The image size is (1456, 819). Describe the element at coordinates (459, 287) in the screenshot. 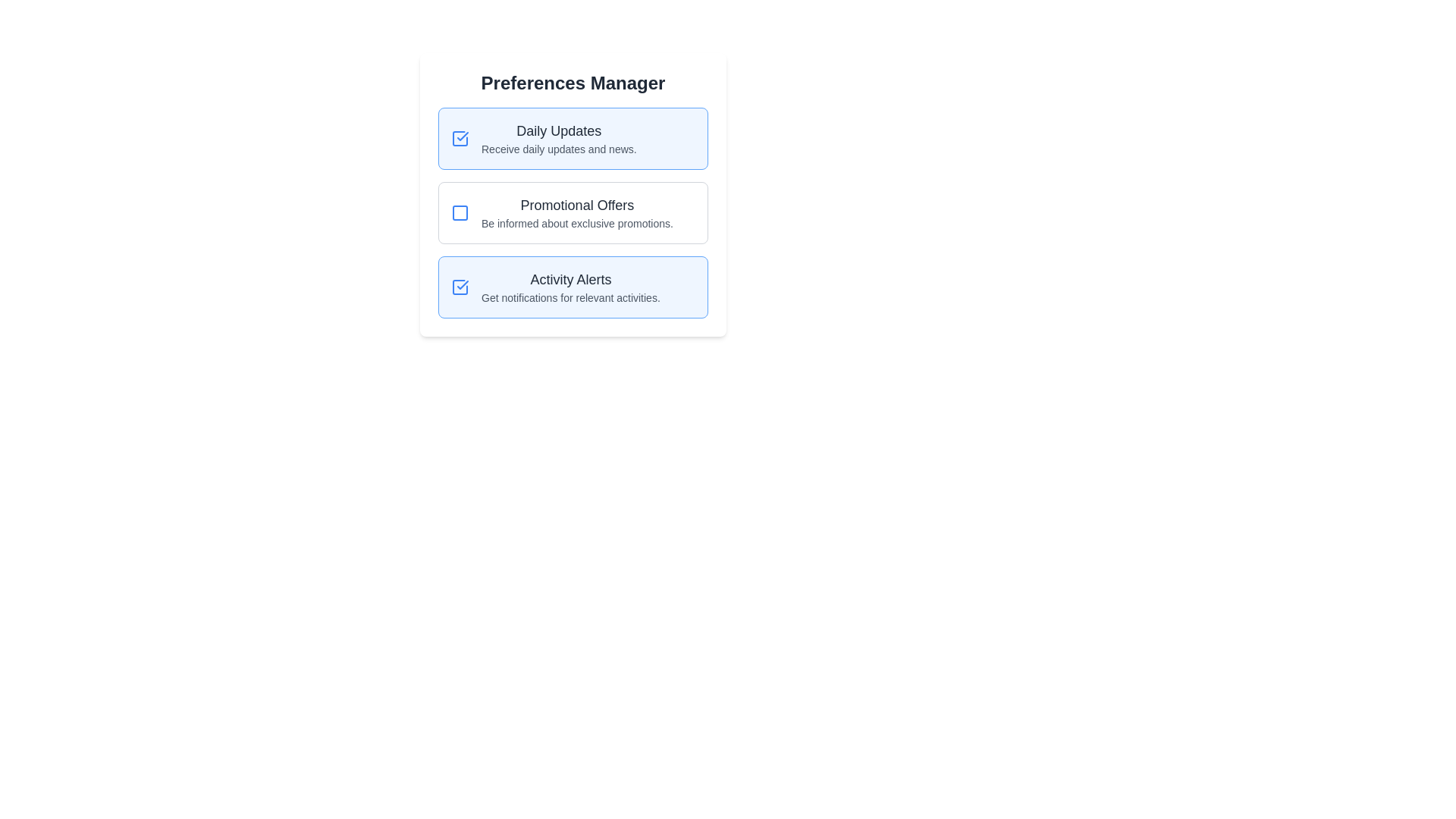

I see `the blue checkbox with a checkmark positioned to the left of the text 'Activity AlertsGet notifications for relevant activities.'` at that location.